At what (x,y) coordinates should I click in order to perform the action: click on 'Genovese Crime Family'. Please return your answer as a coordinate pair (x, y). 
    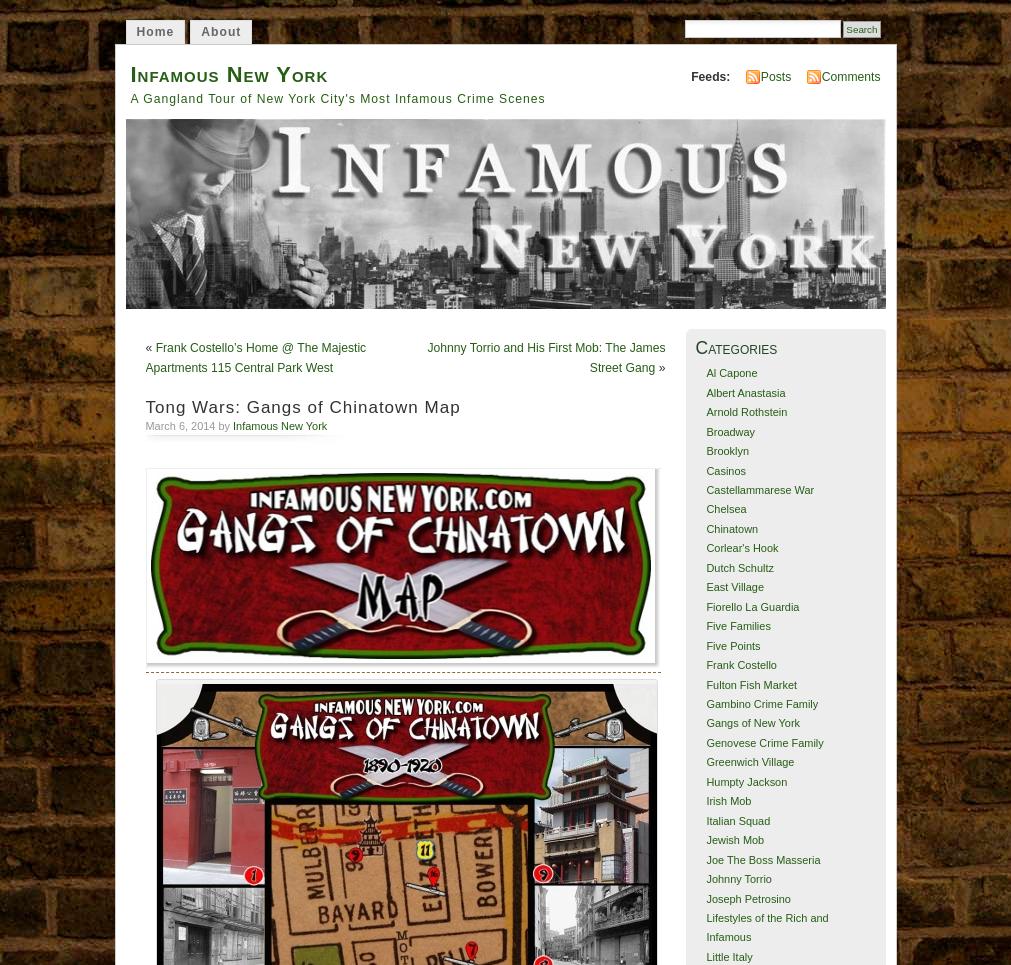
    Looking at the image, I should click on (763, 741).